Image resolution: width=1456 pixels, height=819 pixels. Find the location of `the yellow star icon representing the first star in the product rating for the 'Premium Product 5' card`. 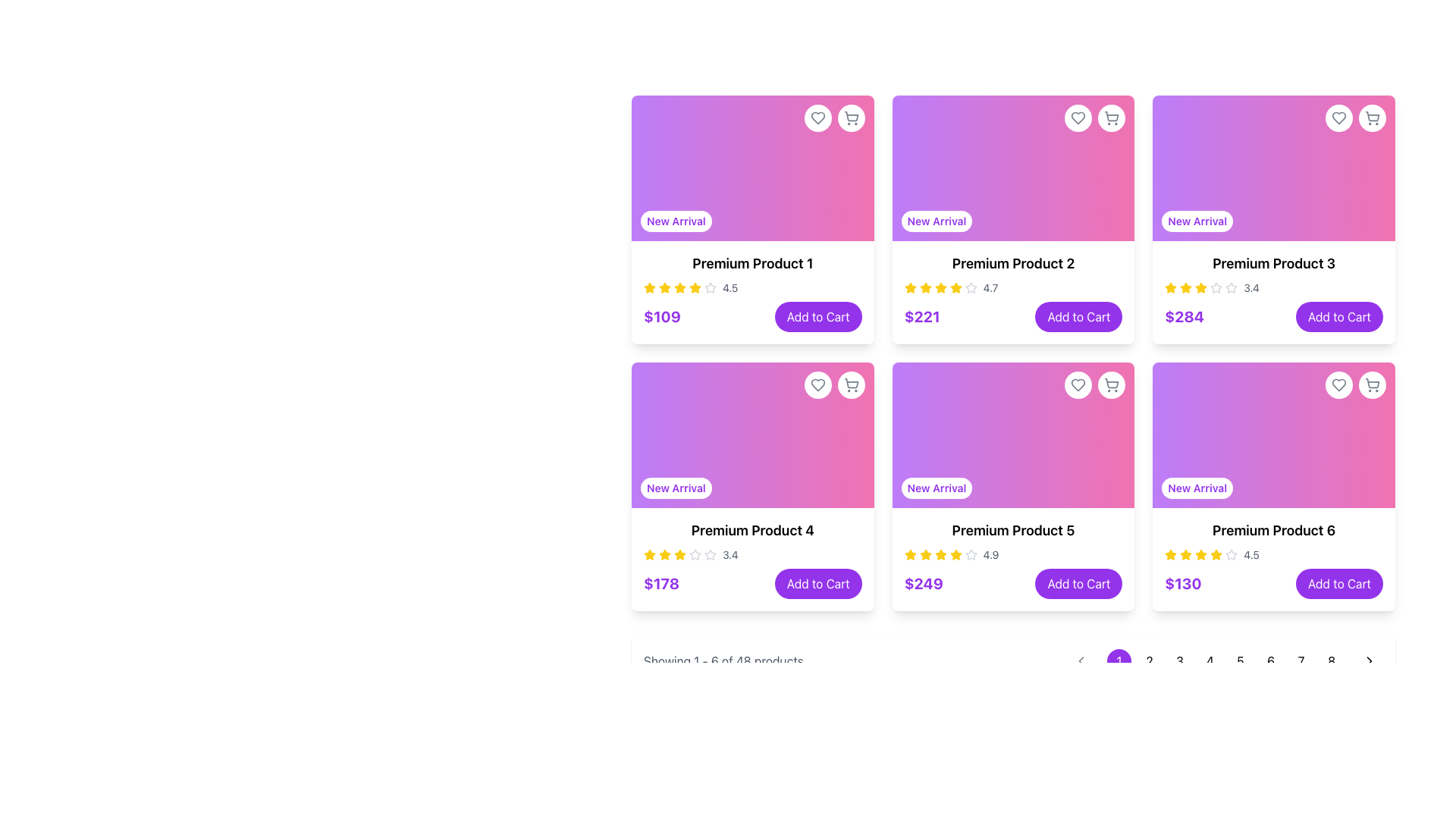

the yellow star icon representing the first star in the product rating for the 'Premium Product 5' card is located at coordinates (910, 555).